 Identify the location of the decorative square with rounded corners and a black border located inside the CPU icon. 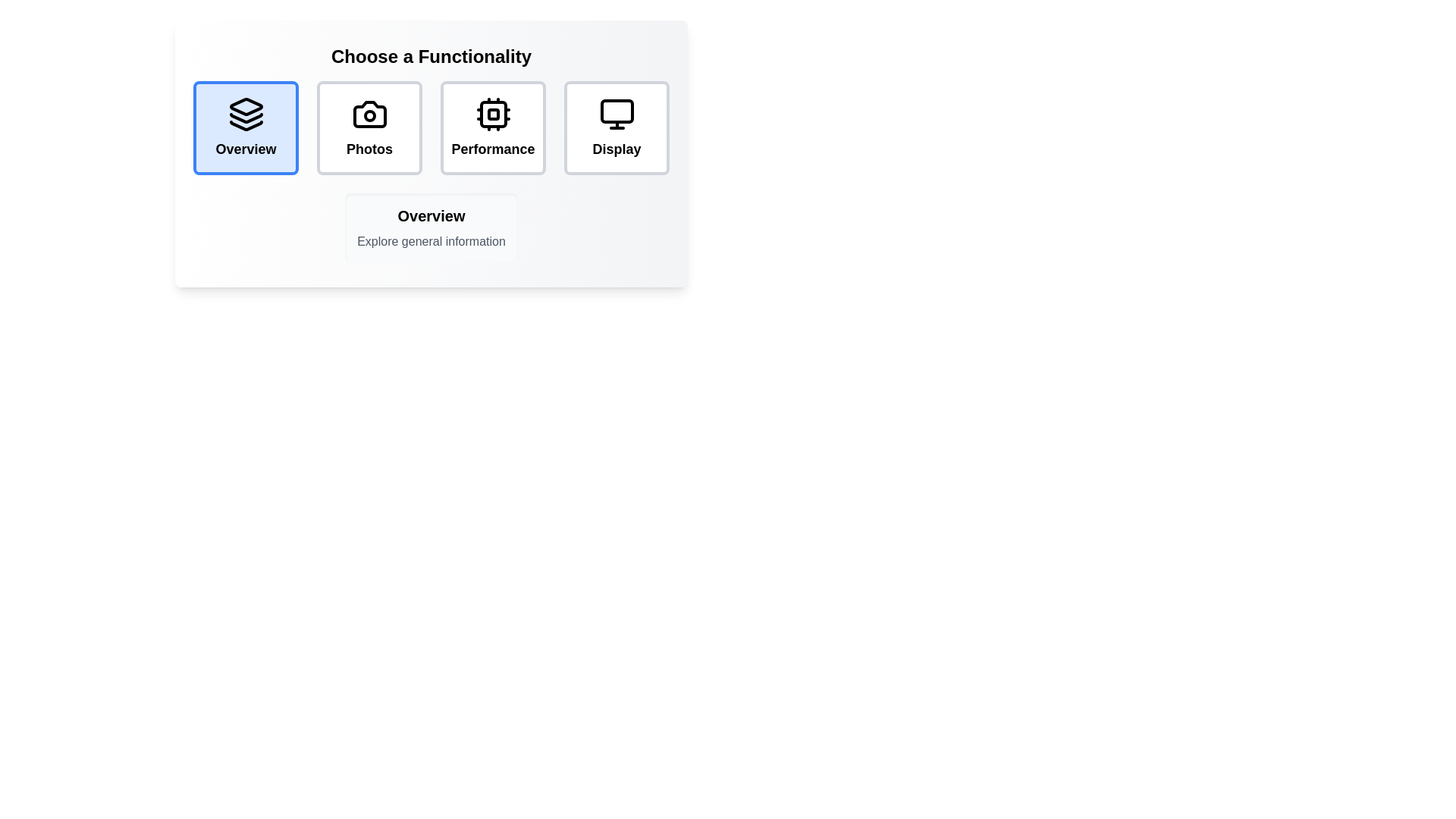
(493, 113).